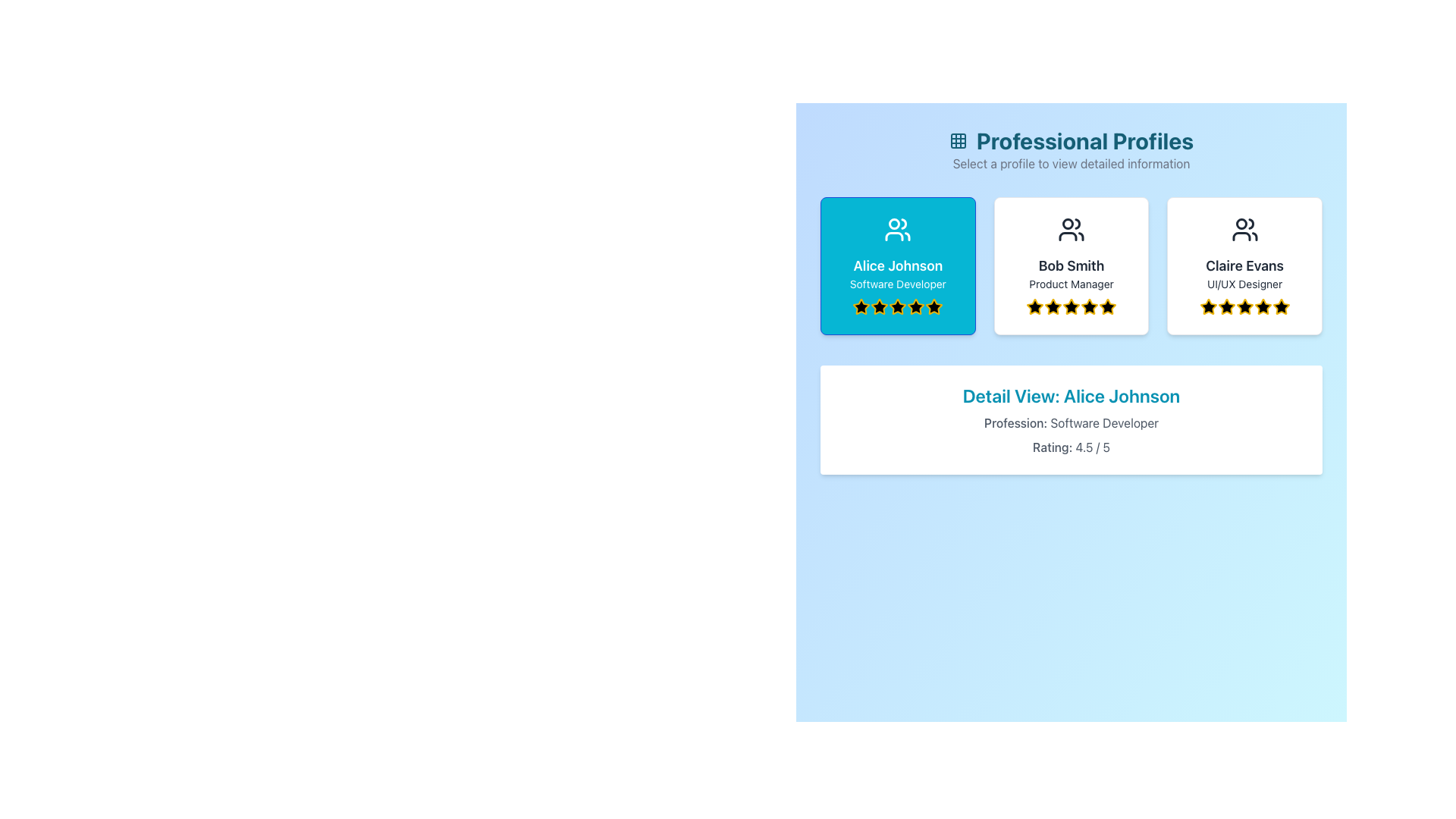  What do you see at coordinates (880, 306) in the screenshot?
I see `the second star icon in the rating system for 'Alice Johnson', which is displayed in black with a yellow border, located in the blue card beneath the job title 'Software Developer'` at bounding box center [880, 306].